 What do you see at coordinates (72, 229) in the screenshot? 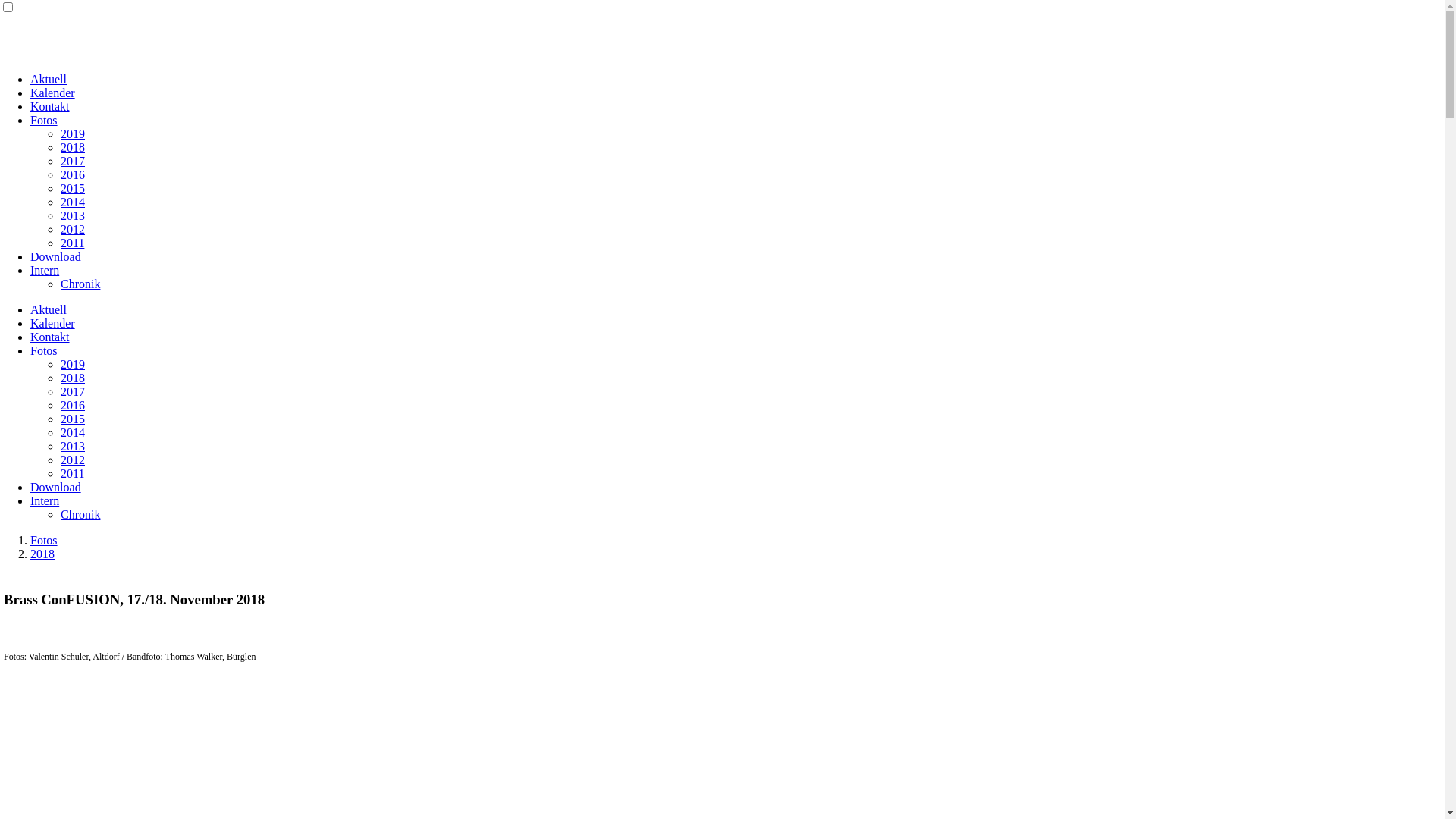
I see `'2012'` at bounding box center [72, 229].